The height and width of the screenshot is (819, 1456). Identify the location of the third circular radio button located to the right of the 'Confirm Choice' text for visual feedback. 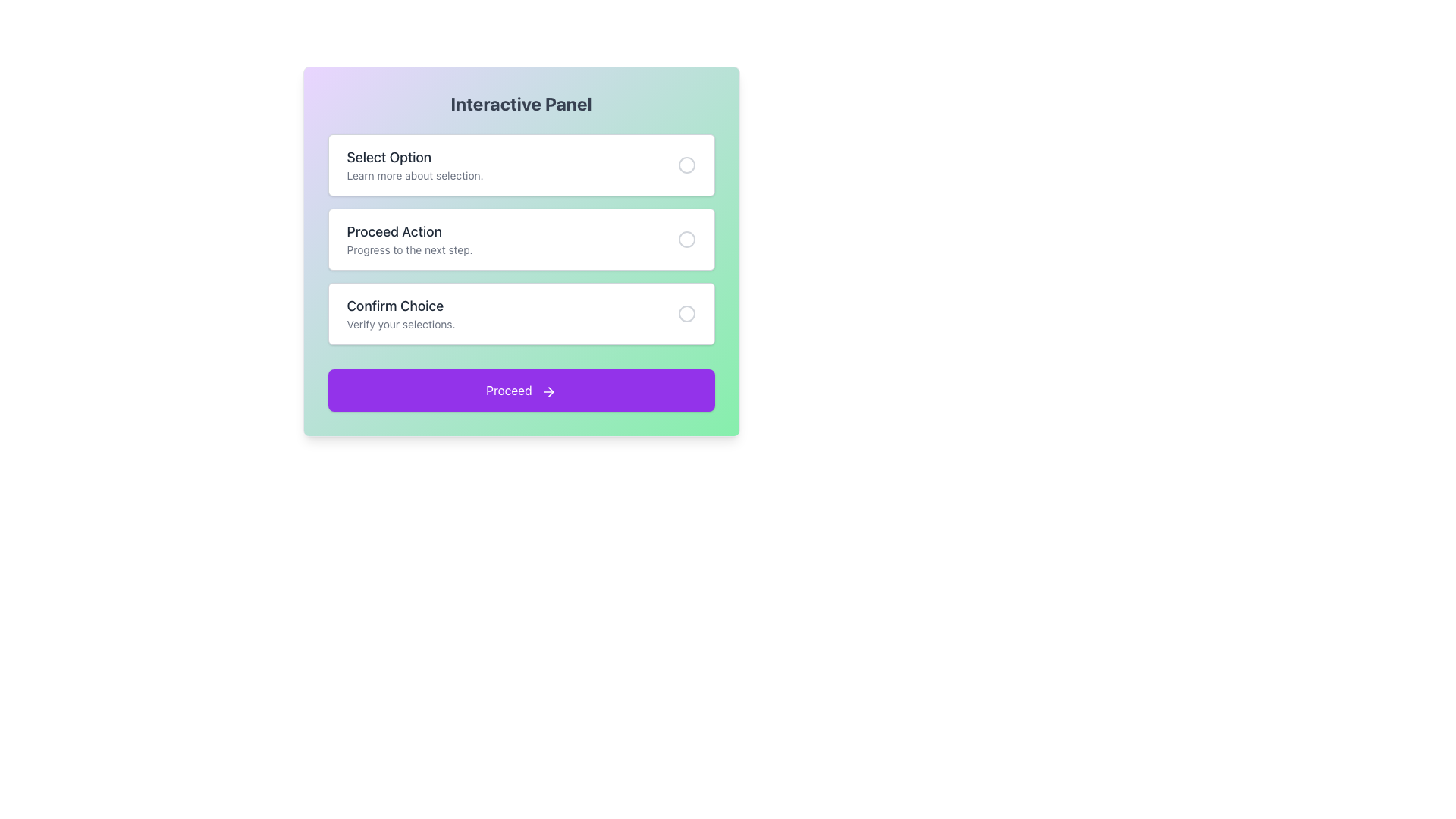
(686, 312).